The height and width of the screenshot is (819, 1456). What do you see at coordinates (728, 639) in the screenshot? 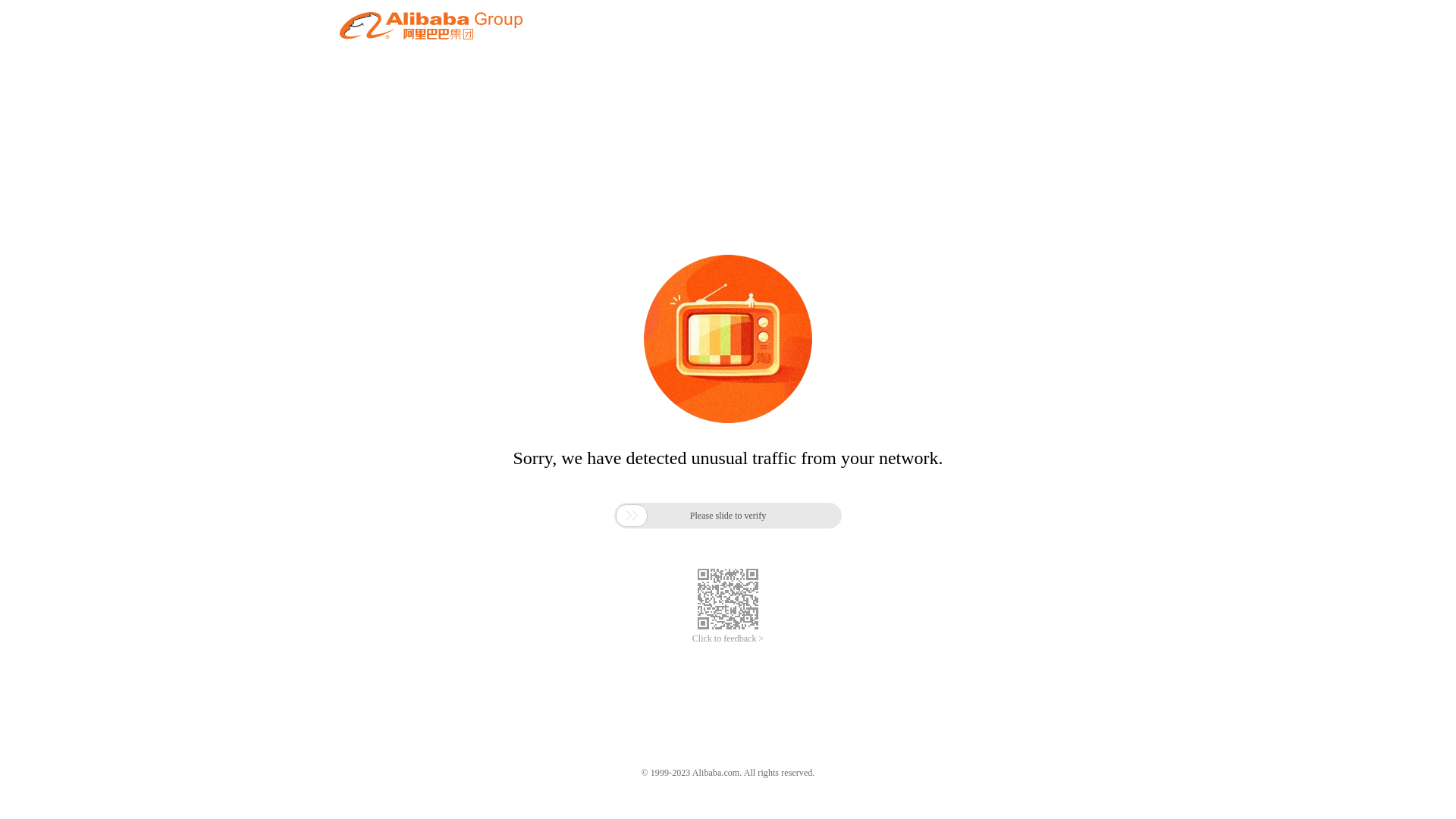
I see `'Click to feedback >'` at bounding box center [728, 639].